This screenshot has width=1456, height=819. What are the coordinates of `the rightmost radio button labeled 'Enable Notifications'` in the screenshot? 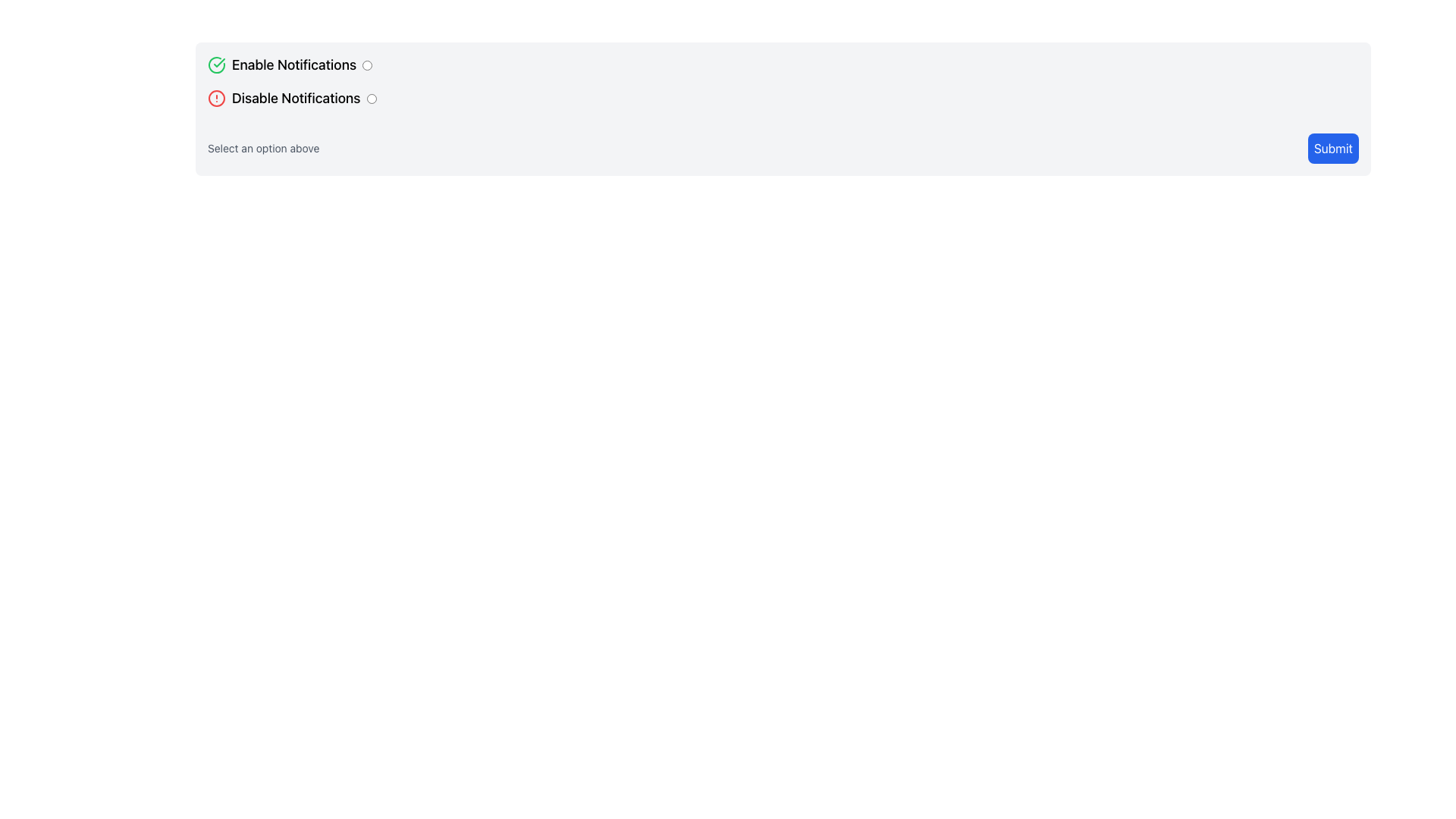 It's located at (367, 64).